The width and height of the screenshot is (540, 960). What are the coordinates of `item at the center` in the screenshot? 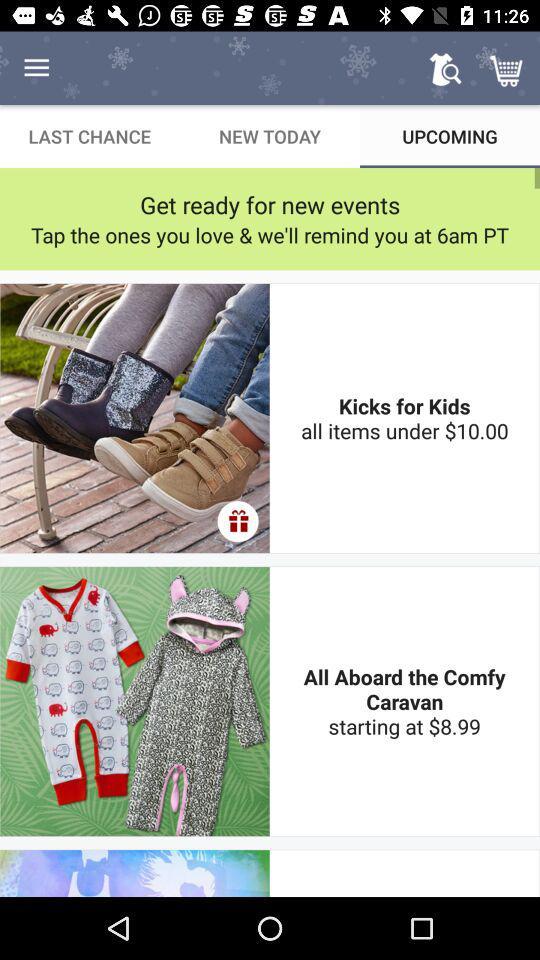 It's located at (238, 520).